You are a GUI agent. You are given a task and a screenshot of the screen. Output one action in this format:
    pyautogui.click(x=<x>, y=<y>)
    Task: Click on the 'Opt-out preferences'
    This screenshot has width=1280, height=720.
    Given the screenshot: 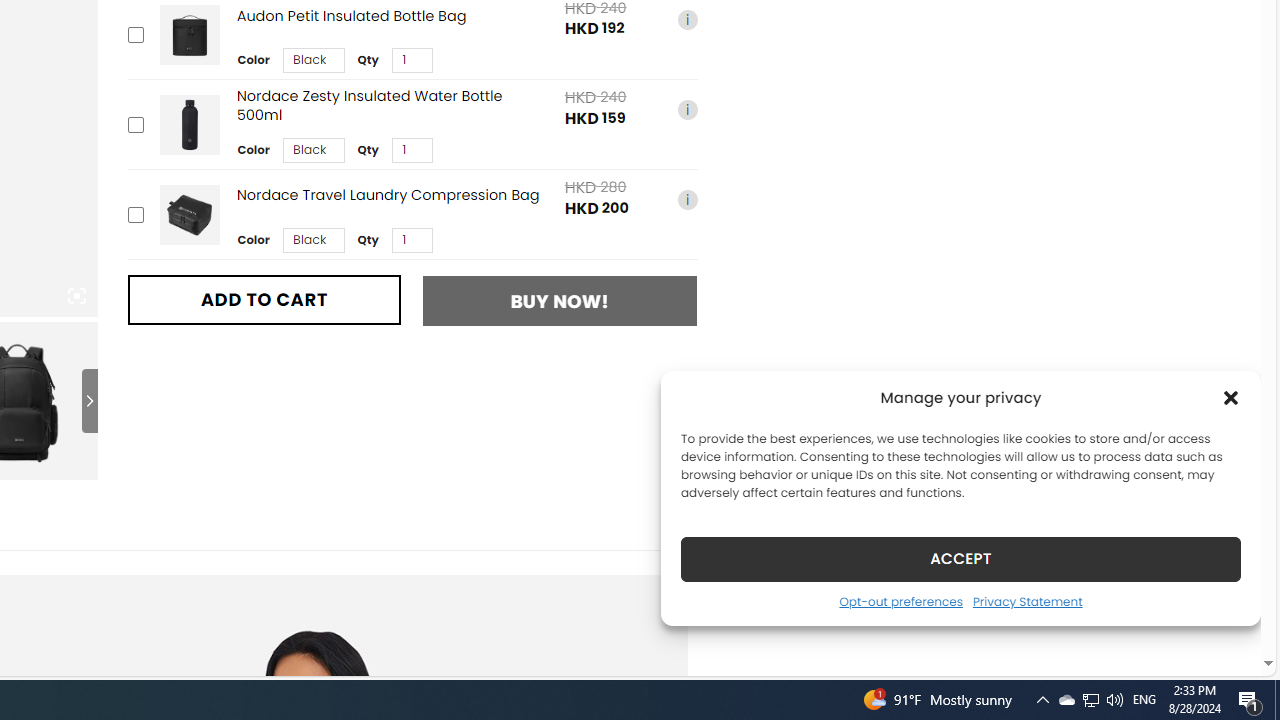 What is the action you would take?
    pyautogui.click(x=899, y=600)
    